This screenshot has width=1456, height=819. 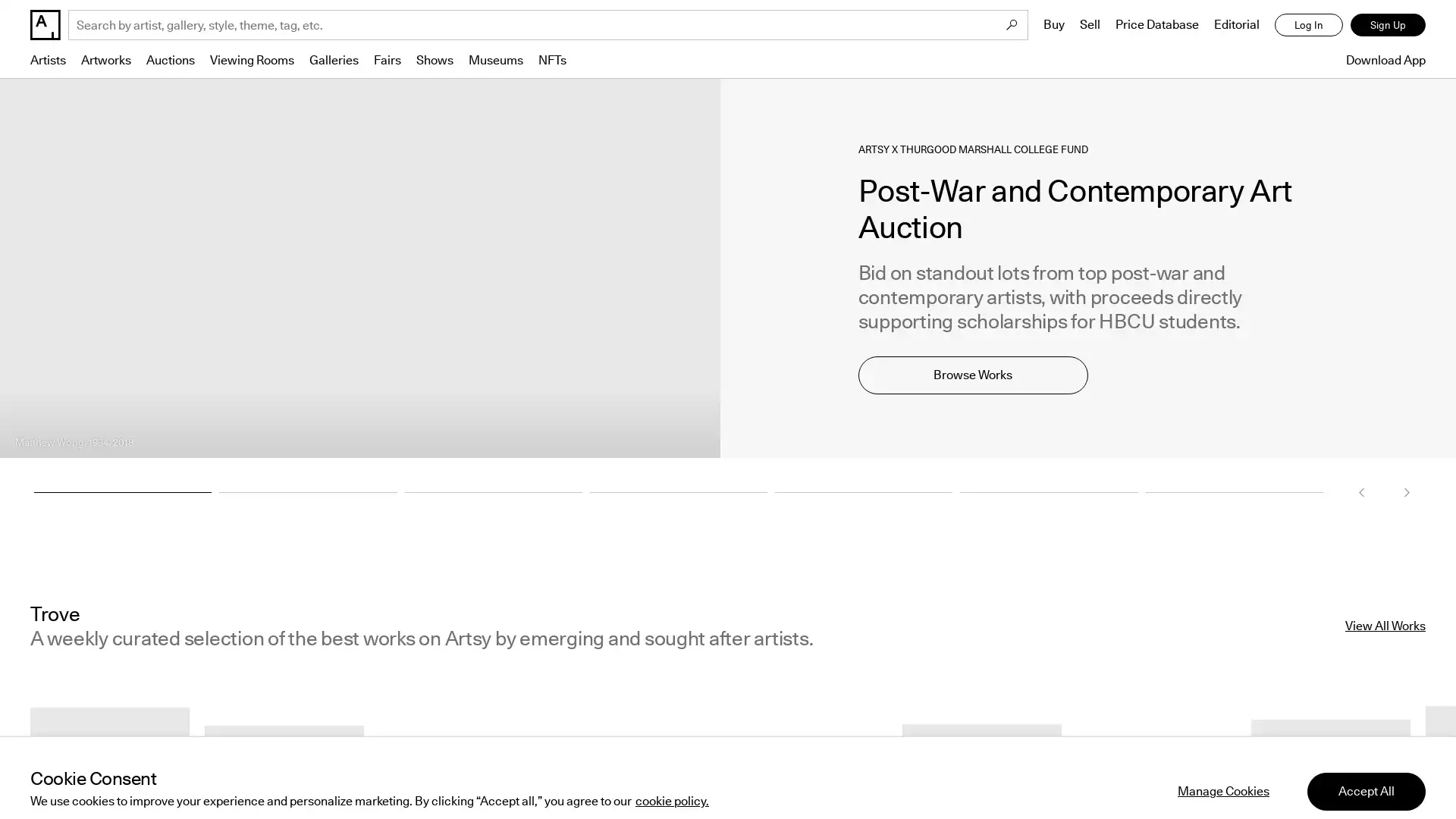 What do you see at coordinates (1012, 25) in the screenshot?
I see `Search` at bounding box center [1012, 25].